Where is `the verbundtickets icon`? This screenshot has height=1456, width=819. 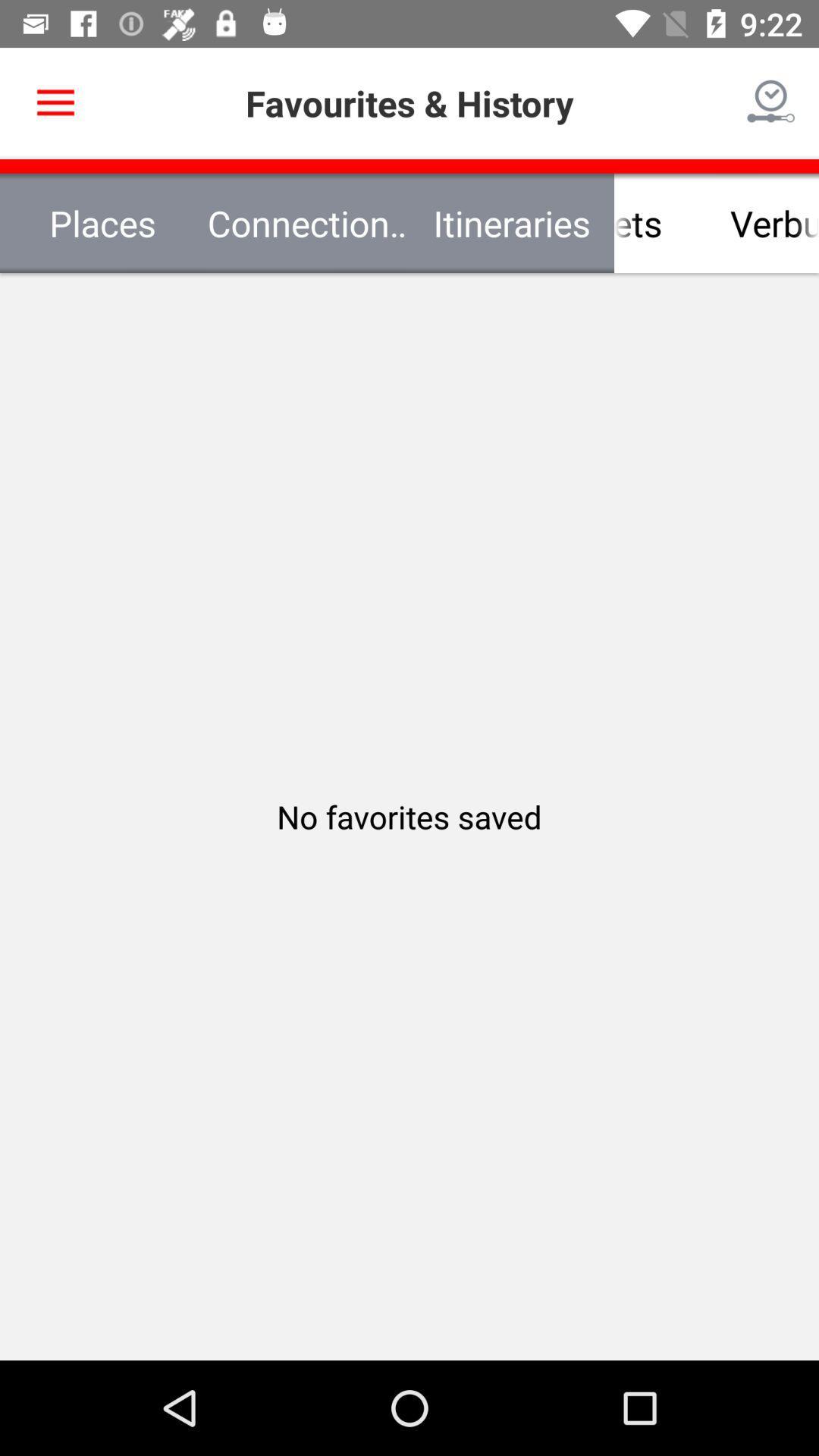
the verbundtickets icon is located at coordinates (717, 222).